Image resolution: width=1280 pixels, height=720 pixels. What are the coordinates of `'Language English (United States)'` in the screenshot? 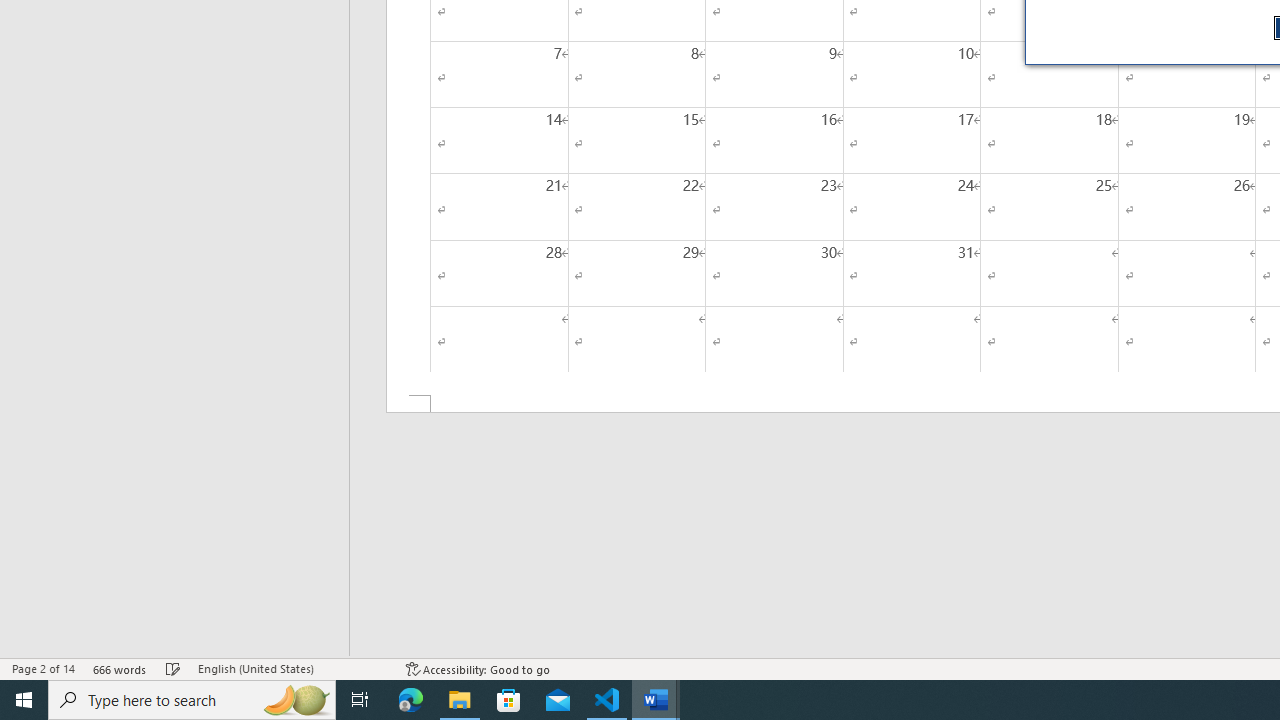 It's located at (291, 669).